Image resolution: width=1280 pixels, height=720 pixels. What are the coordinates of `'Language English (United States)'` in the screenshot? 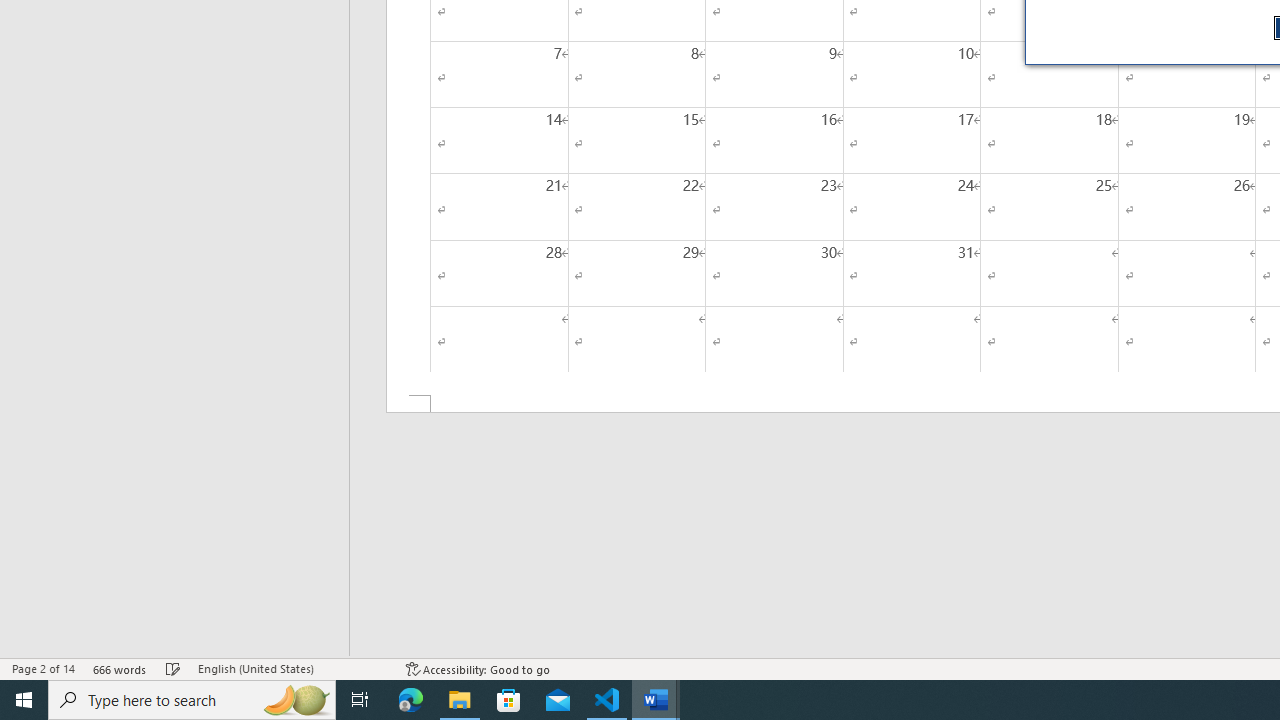 It's located at (291, 669).